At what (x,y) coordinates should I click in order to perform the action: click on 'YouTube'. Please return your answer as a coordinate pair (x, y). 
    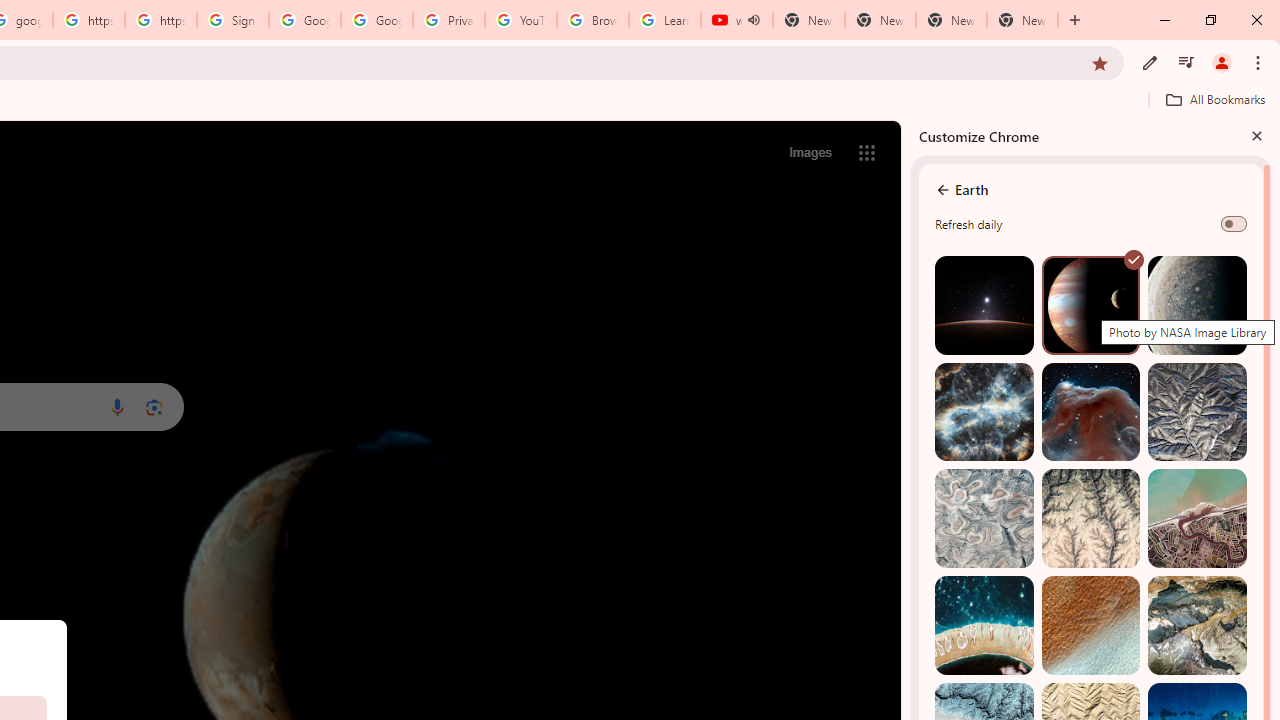
    Looking at the image, I should click on (520, 20).